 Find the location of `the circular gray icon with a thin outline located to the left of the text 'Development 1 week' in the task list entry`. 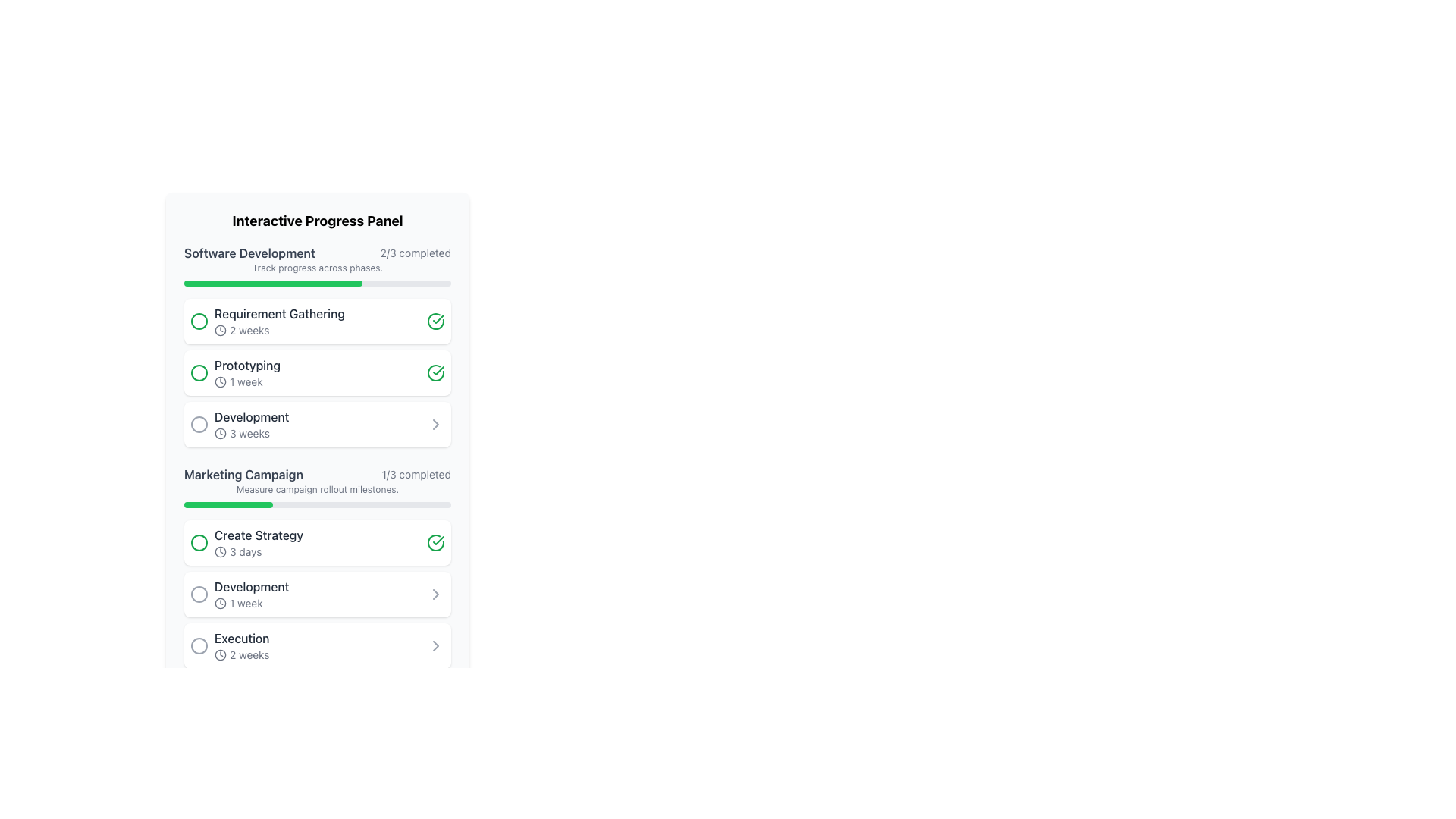

the circular gray icon with a thin outline located to the left of the text 'Development 1 week' in the task list entry is located at coordinates (199, 593).